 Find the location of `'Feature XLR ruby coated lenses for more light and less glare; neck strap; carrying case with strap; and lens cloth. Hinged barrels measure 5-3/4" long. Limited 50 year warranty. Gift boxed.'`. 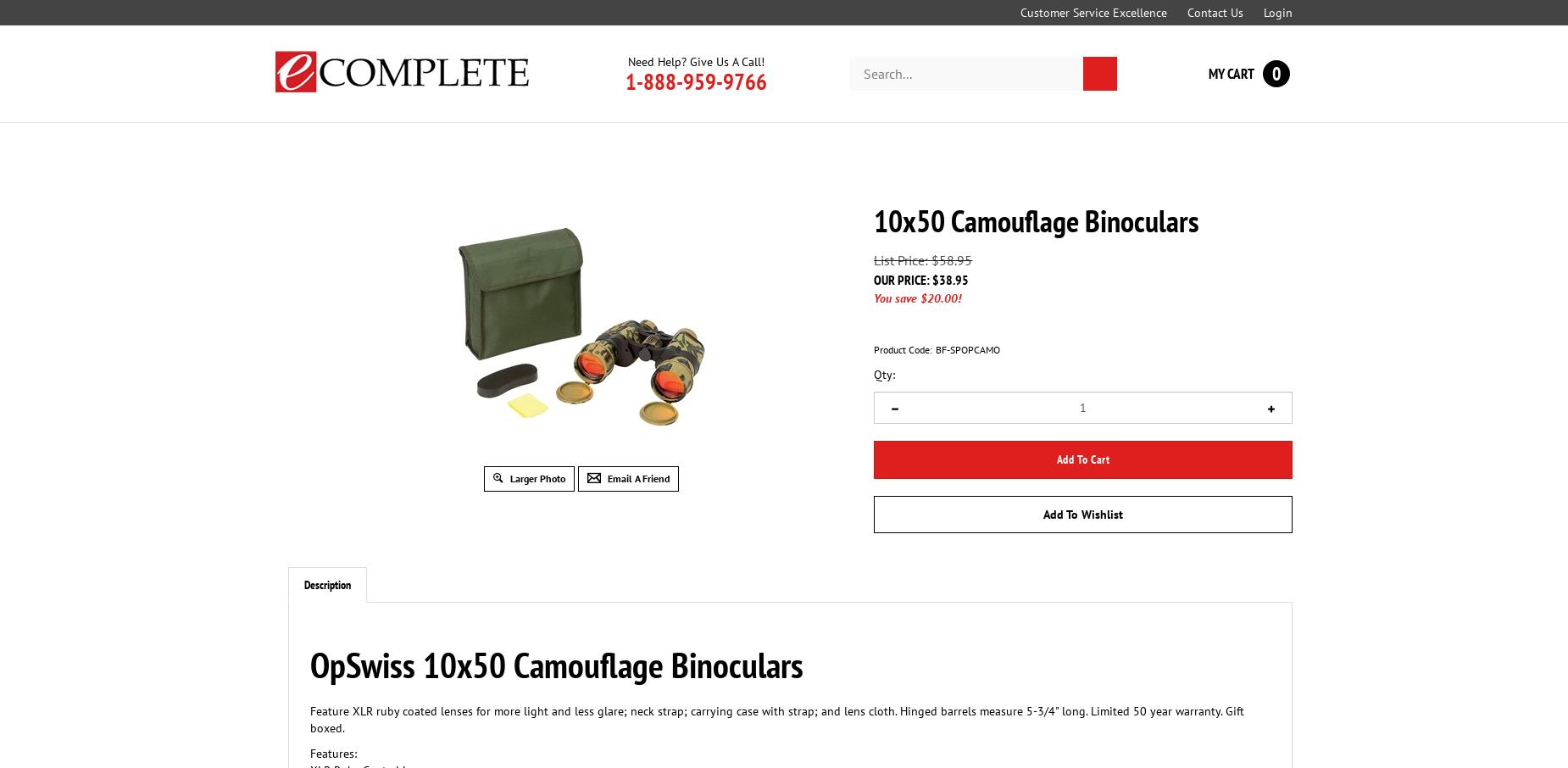

'Feature XLR ruby coated lenses for more light and less glare; neck strap; carrying case with strap; and lens cloth. Hinged barrels measure 5-3/4" long. Limited 50 year warranty. Gift boxed.' is located at coordinates (777, 719).